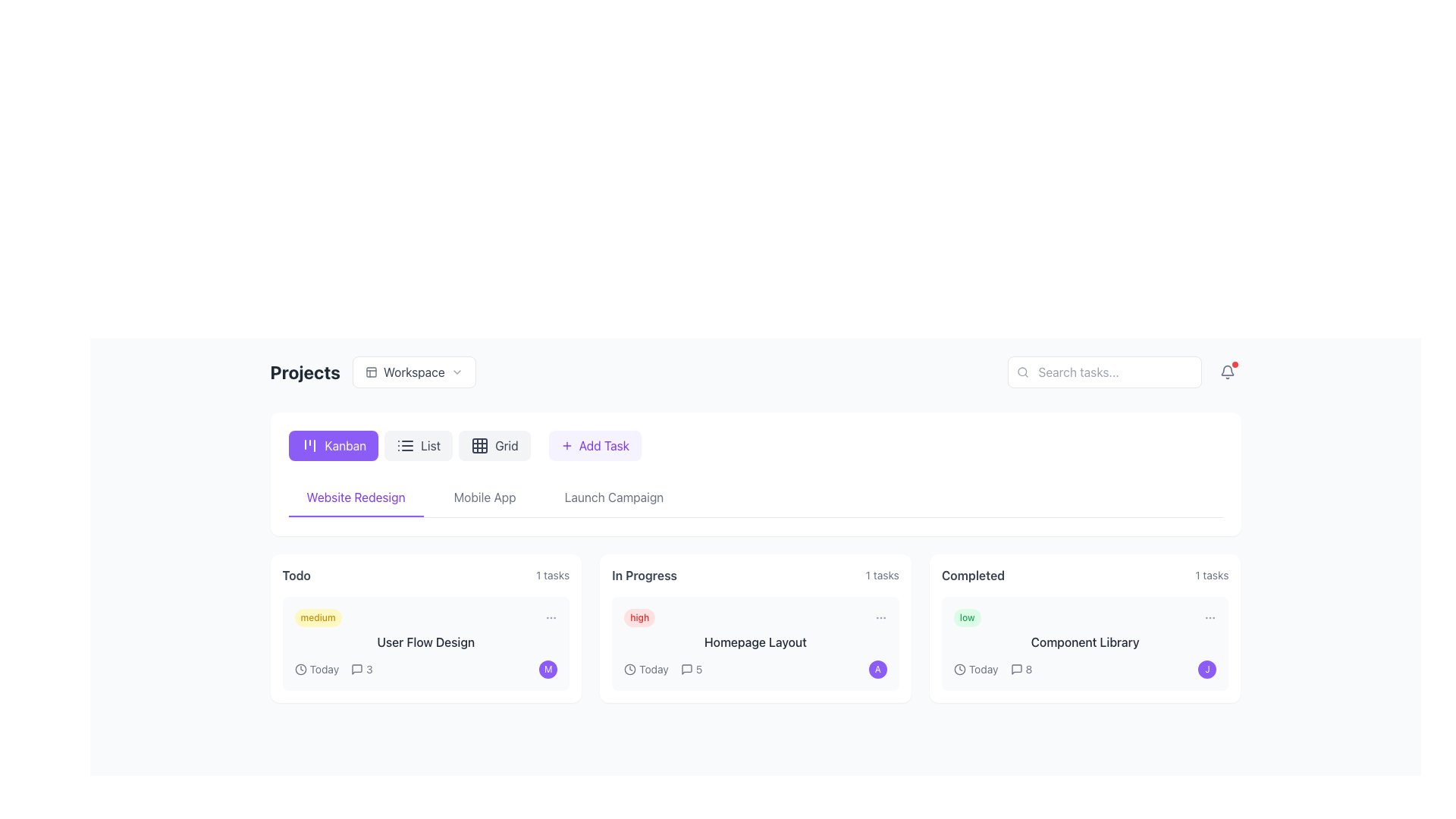 This screenshot has height=819, width=1456. I want to click on the 'Today' label with a clock icon located in the 'Todo' section under the 'User Flow Design' card, so click(315, 669).